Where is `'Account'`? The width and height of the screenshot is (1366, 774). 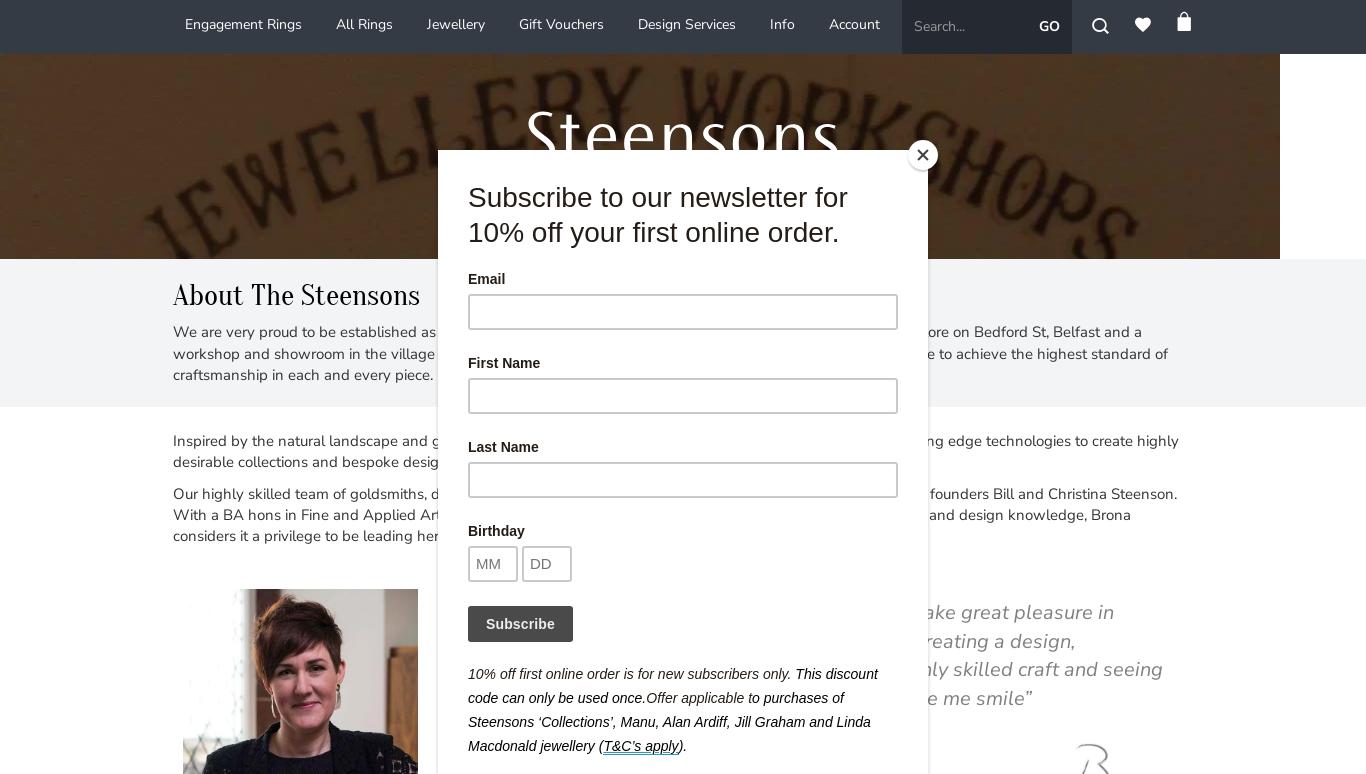 'Account' is located at coordinates (853, 24).